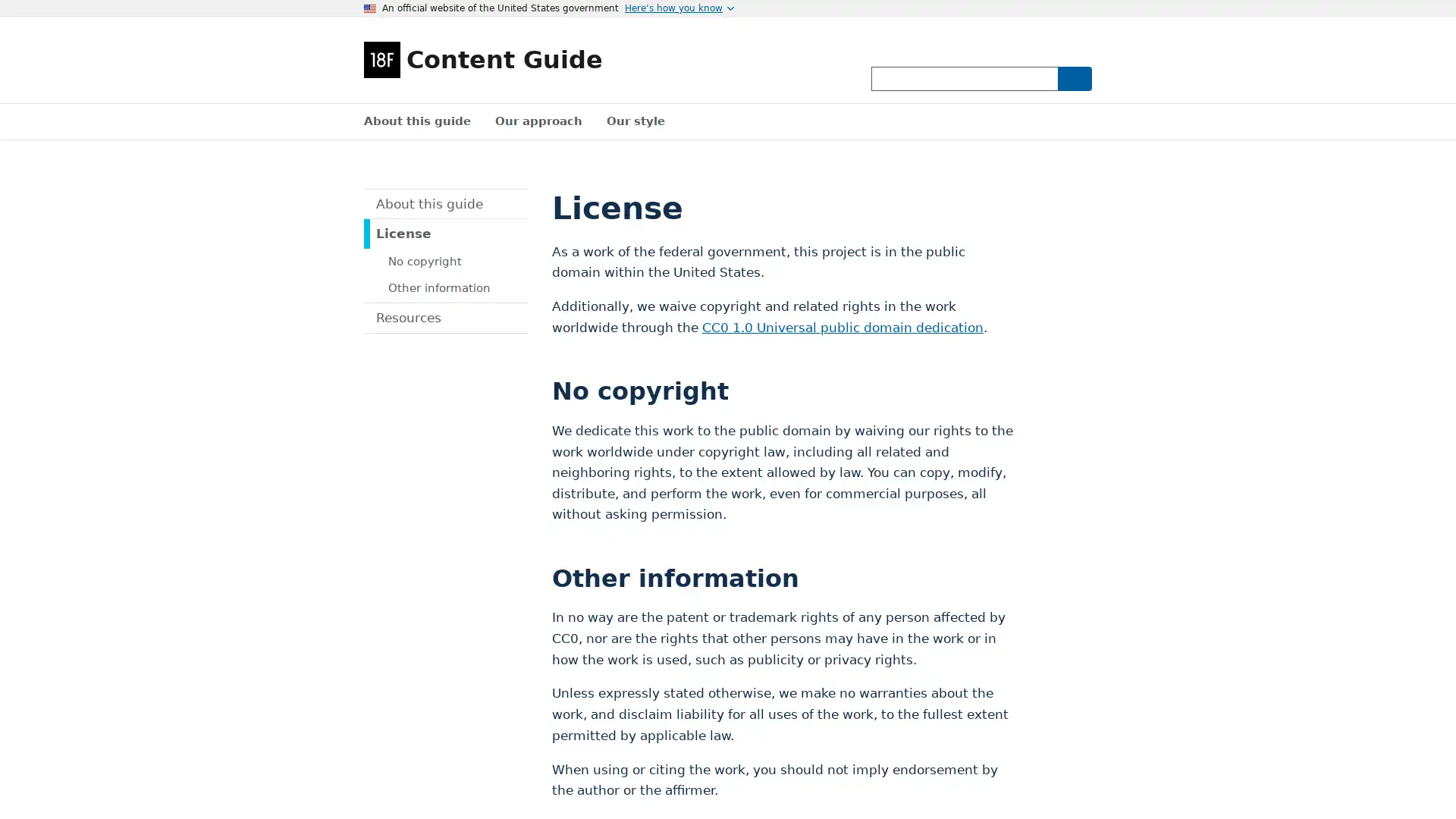 The width and height of the screenshot is (1456, 819). Describe the element at coordinates (679, 8) in the screenshot. I see `Heres how you know` at that location.